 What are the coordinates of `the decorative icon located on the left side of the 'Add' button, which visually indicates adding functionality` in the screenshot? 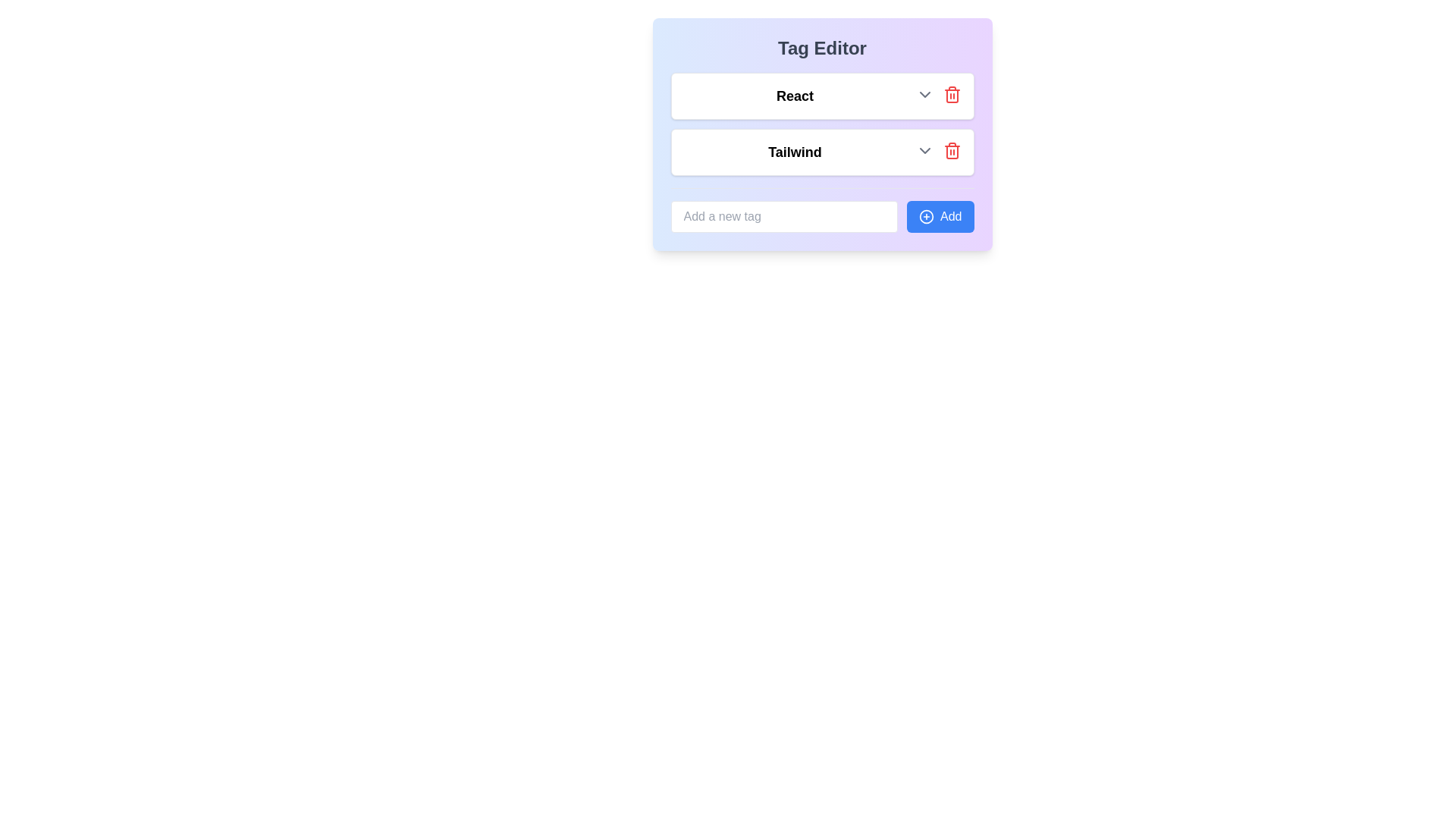 It's located at (926, 216).